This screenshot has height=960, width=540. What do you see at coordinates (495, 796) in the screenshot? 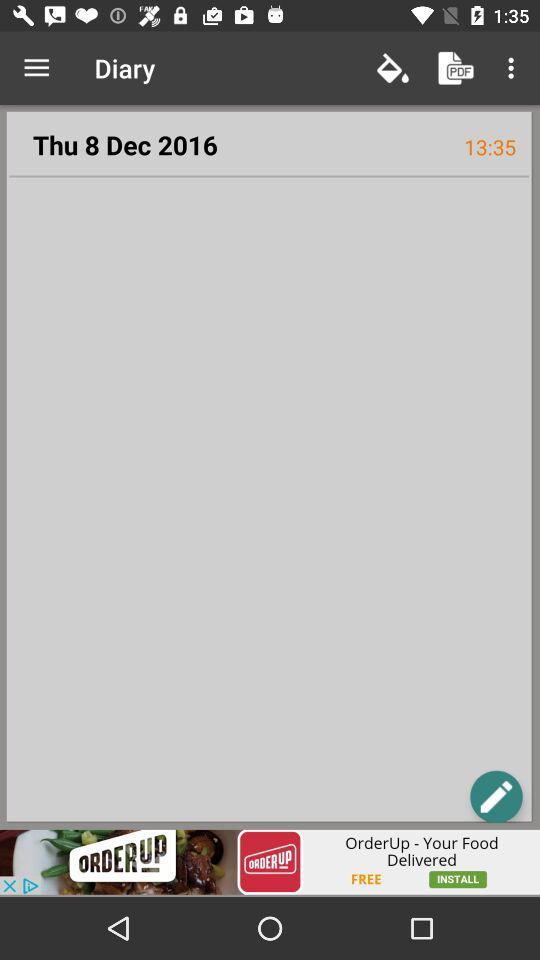
I see `the edit icon` at bounding box center [495, 796].